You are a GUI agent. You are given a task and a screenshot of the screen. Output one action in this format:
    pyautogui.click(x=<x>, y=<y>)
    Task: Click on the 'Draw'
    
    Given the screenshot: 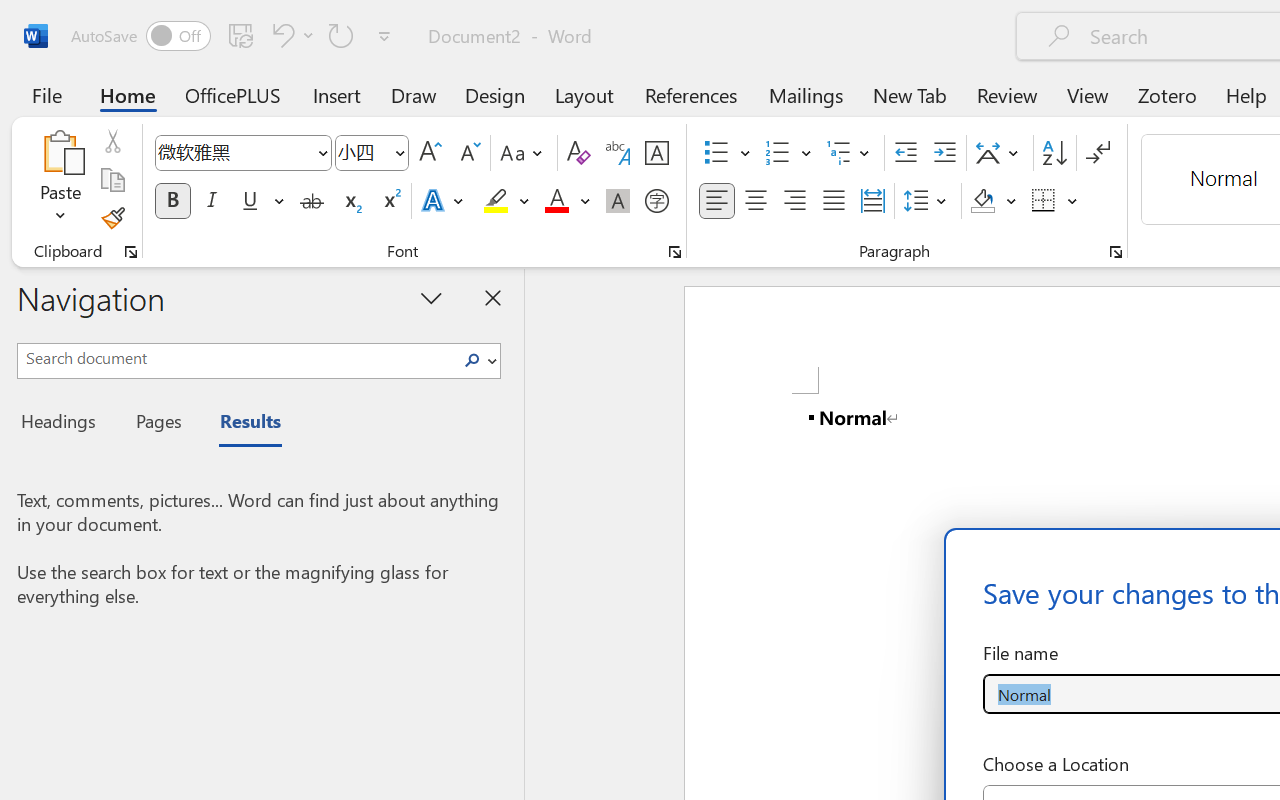 What is the action you would take?
    pyautogui.click(x=413, y=94)
    